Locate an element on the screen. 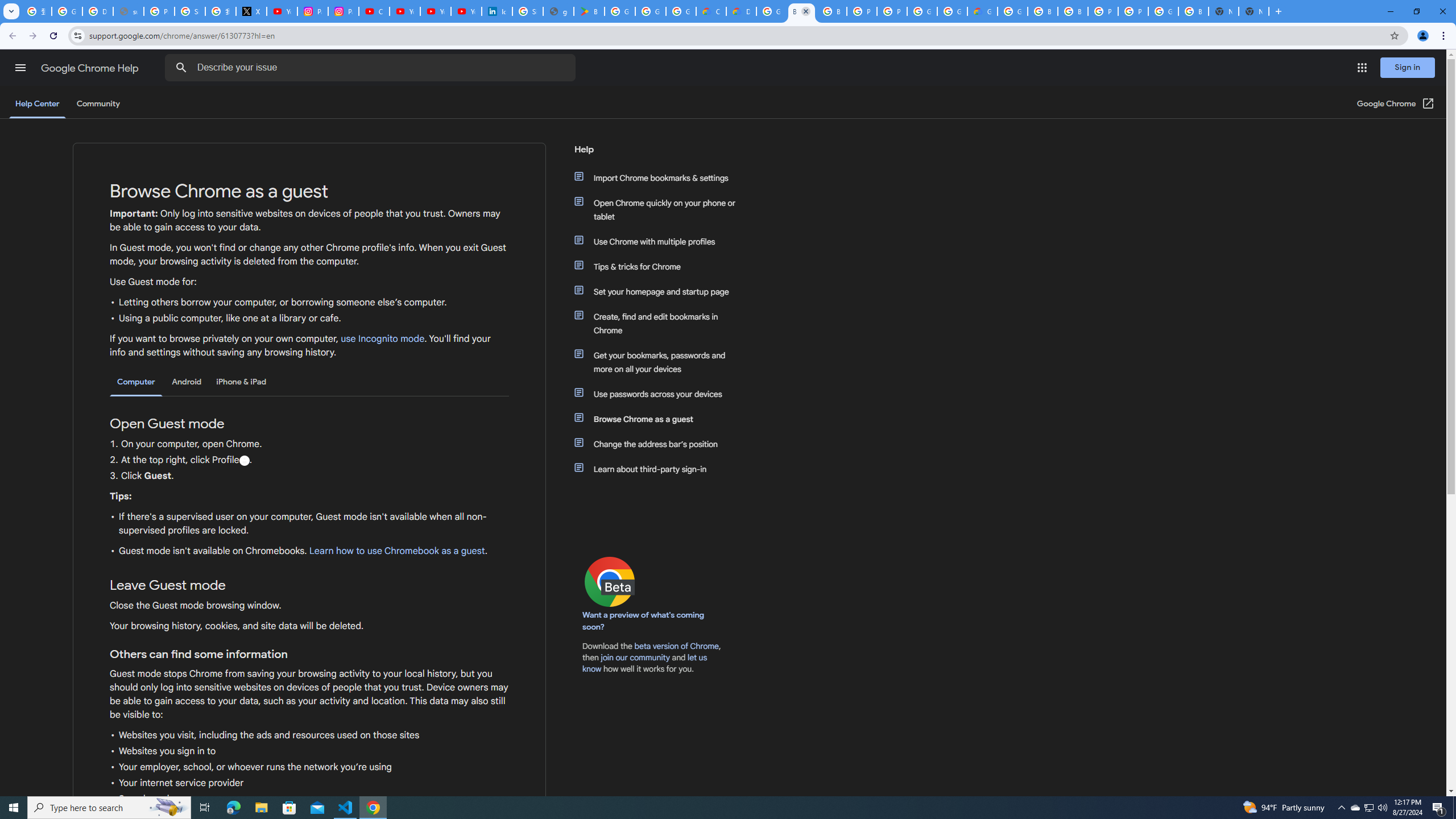  'Learn about third-party sign-in' is located at coordinates (661, 469).